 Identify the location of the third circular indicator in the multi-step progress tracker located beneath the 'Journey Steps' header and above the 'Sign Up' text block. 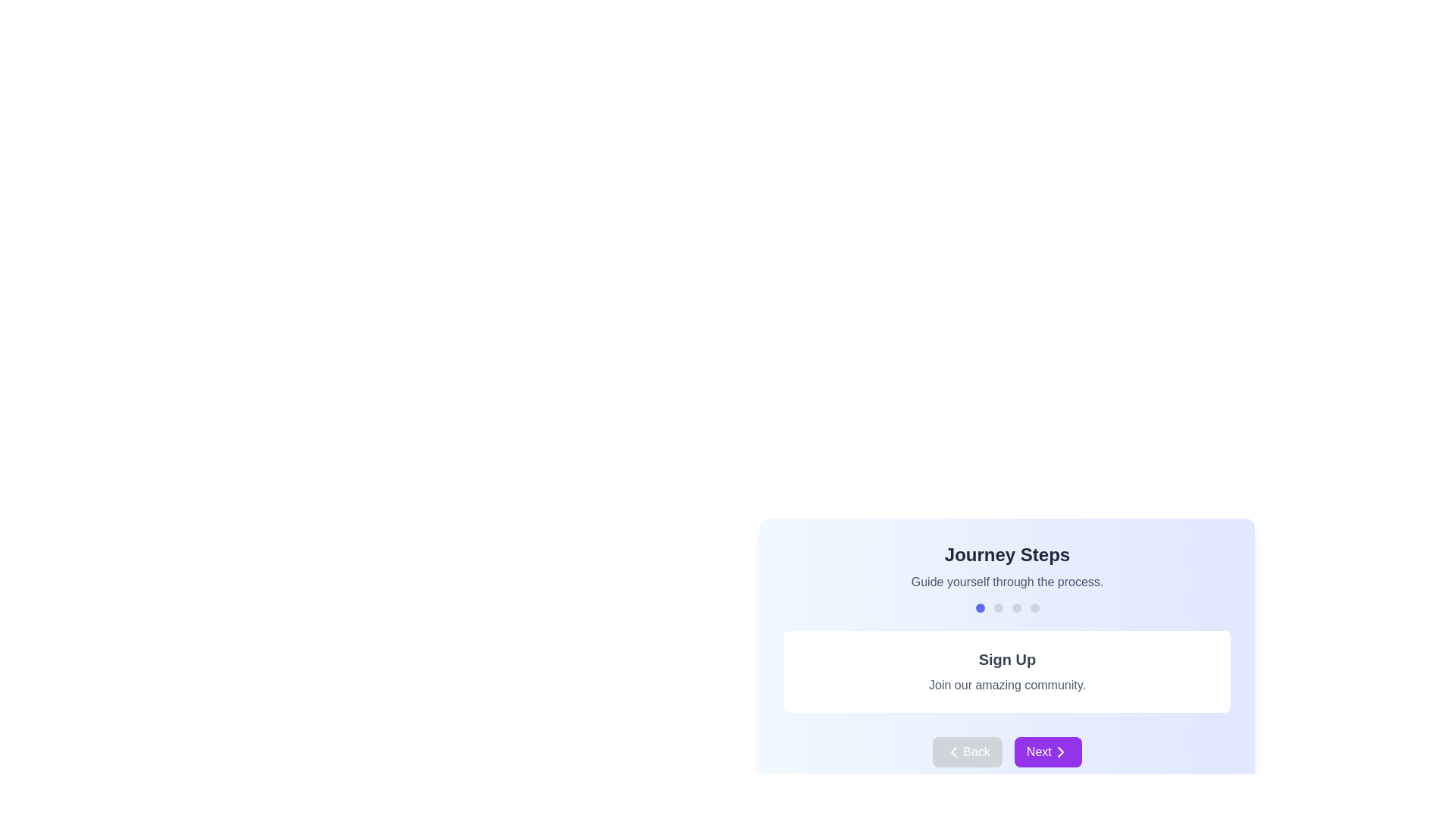
(1016, 607).